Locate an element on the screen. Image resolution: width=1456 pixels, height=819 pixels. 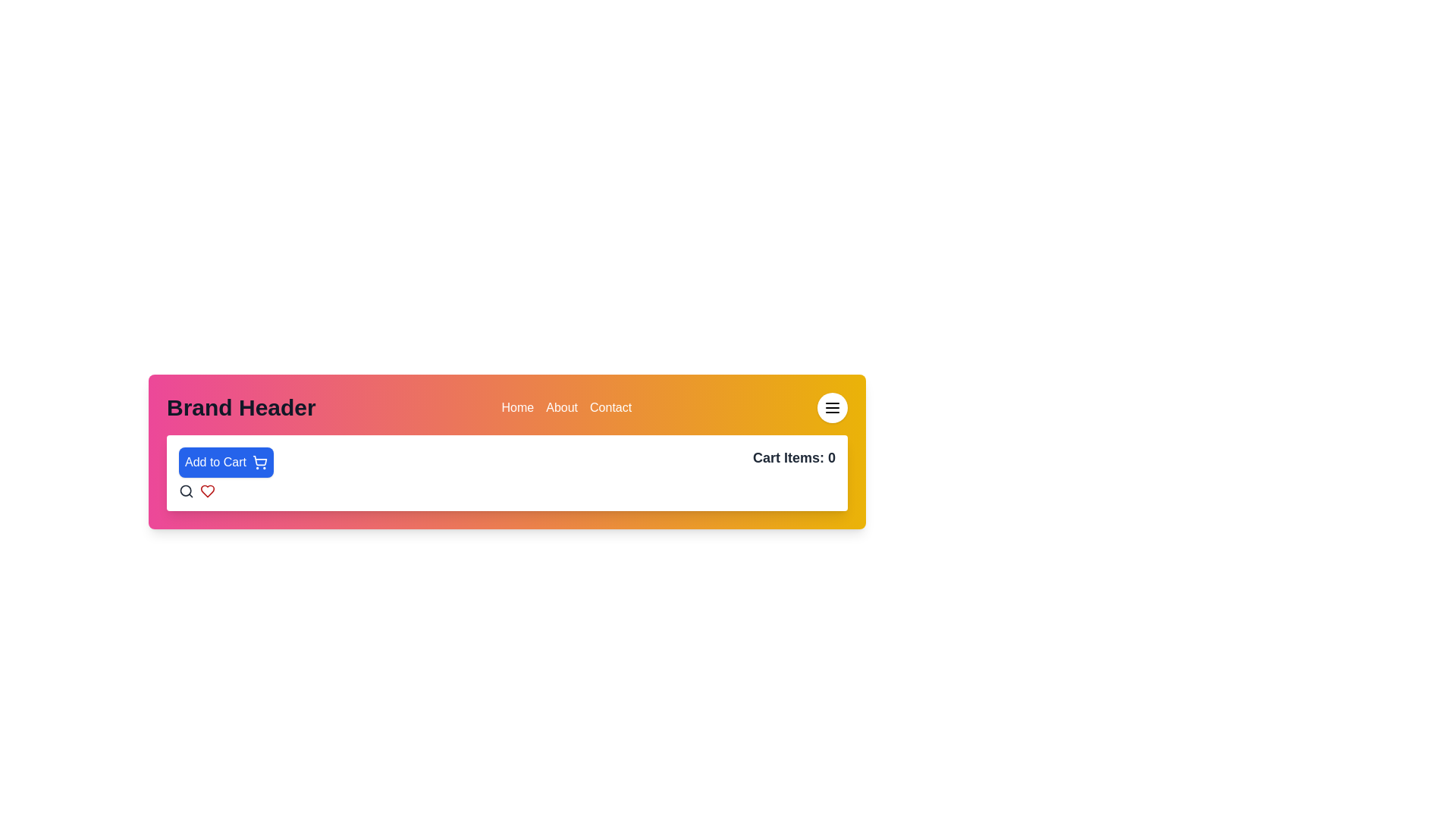
the Text Label displaying the current number of items in the shopping cart, which is right-aligned in the header and positioned next to the 'Add to Cart' button is located at coordinates (793, 461).